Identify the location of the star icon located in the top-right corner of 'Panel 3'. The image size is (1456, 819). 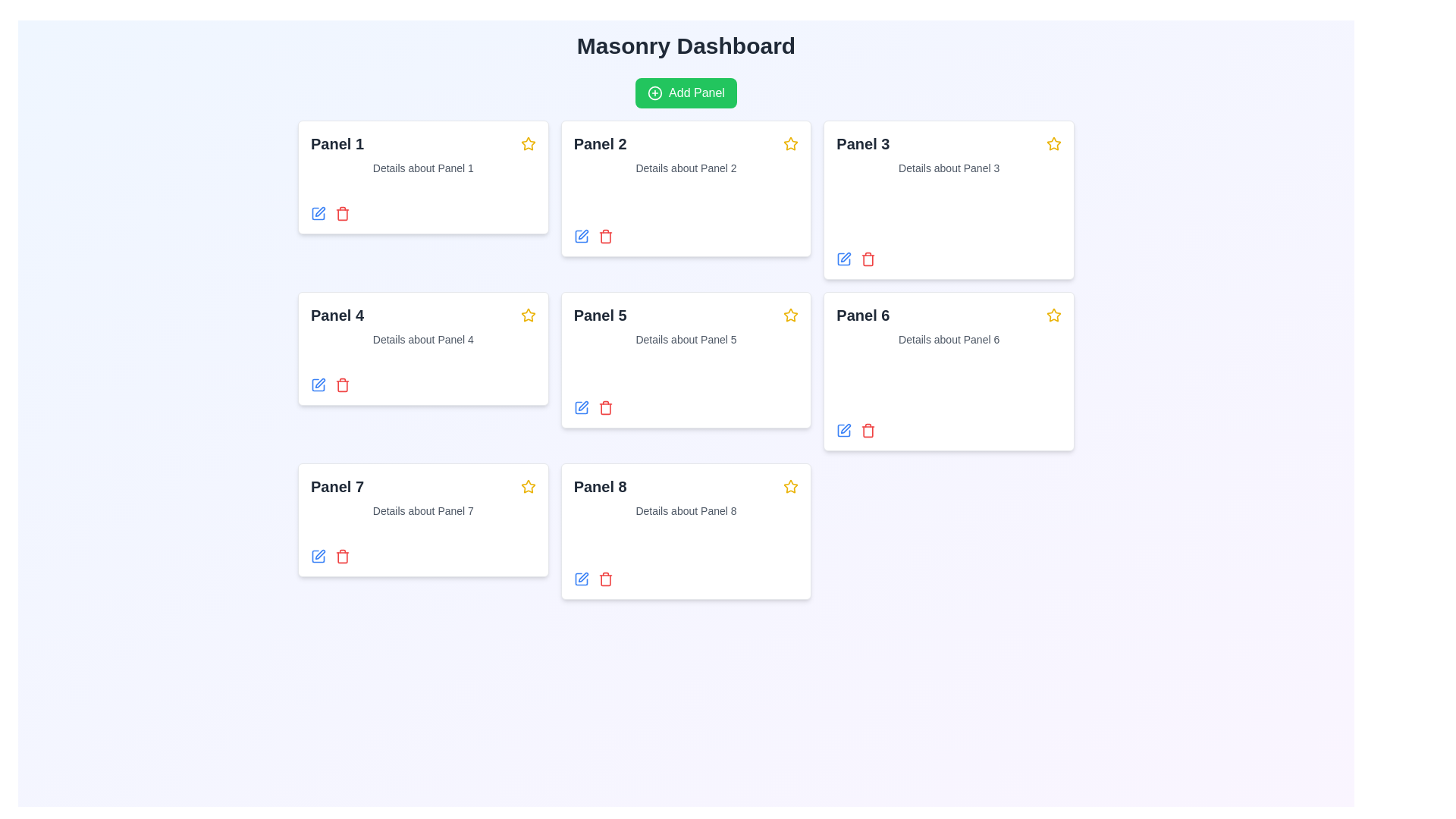
(1052, 143).